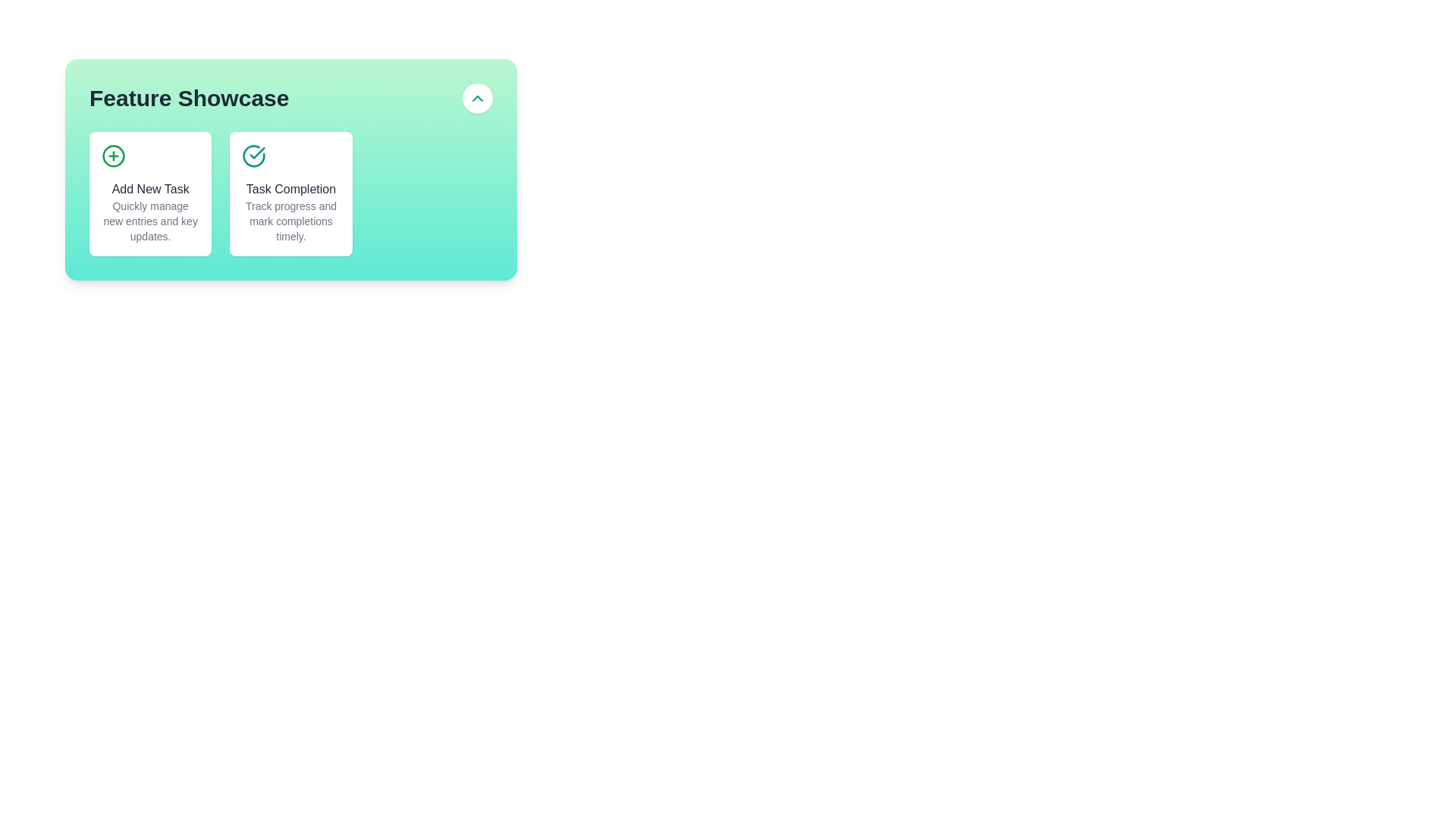 This screenshot has height=819, width=1456. Describe the element at coordinates (254, 155) in the screenshot. I see `the circular teal checkmark icon located at the top-center of the 'Task Completion' card, which is to the right of the 'Add New Task' card in the 'Feature Showcase' section` at that location.